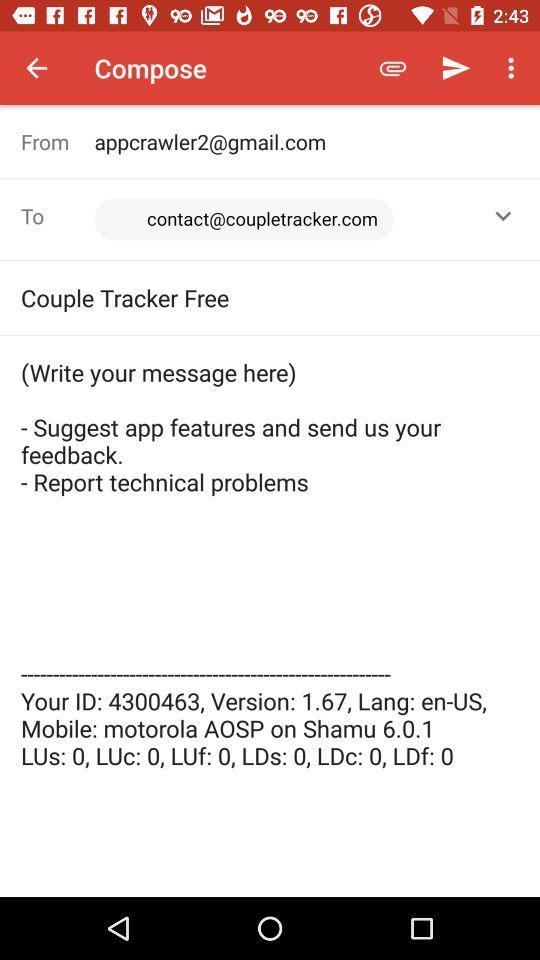 The image size is (540, 960). Describe the element at coordinates (36, 68) in the screenshot. I see `the item to the left of the compose icon` at that location.